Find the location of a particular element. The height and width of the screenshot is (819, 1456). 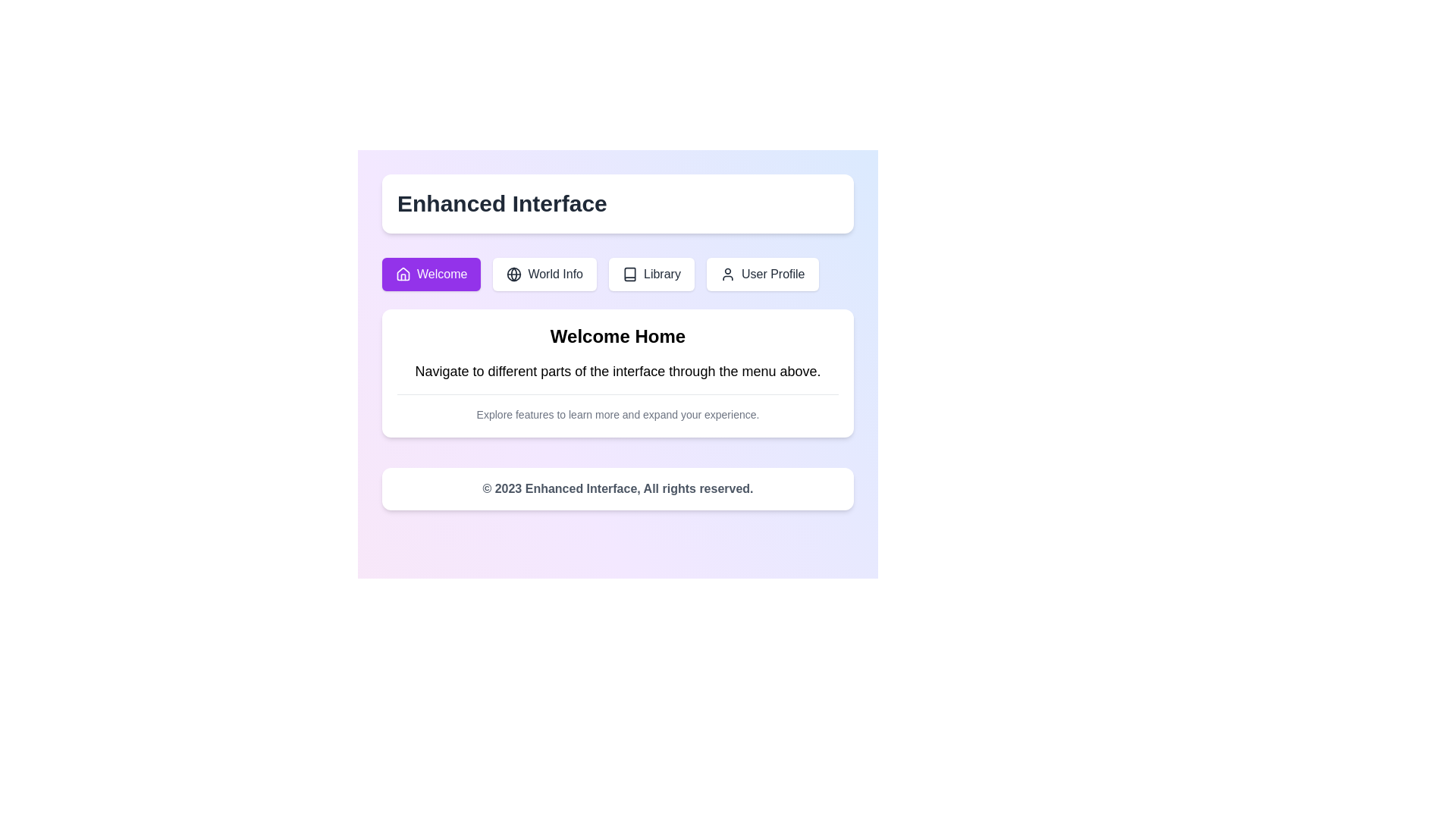

the navigational button that accesses the 'World Info' section, located at the top center of the interface, between the 'Welcome' button and the 'Library' button is located at coordinates (544, 274).